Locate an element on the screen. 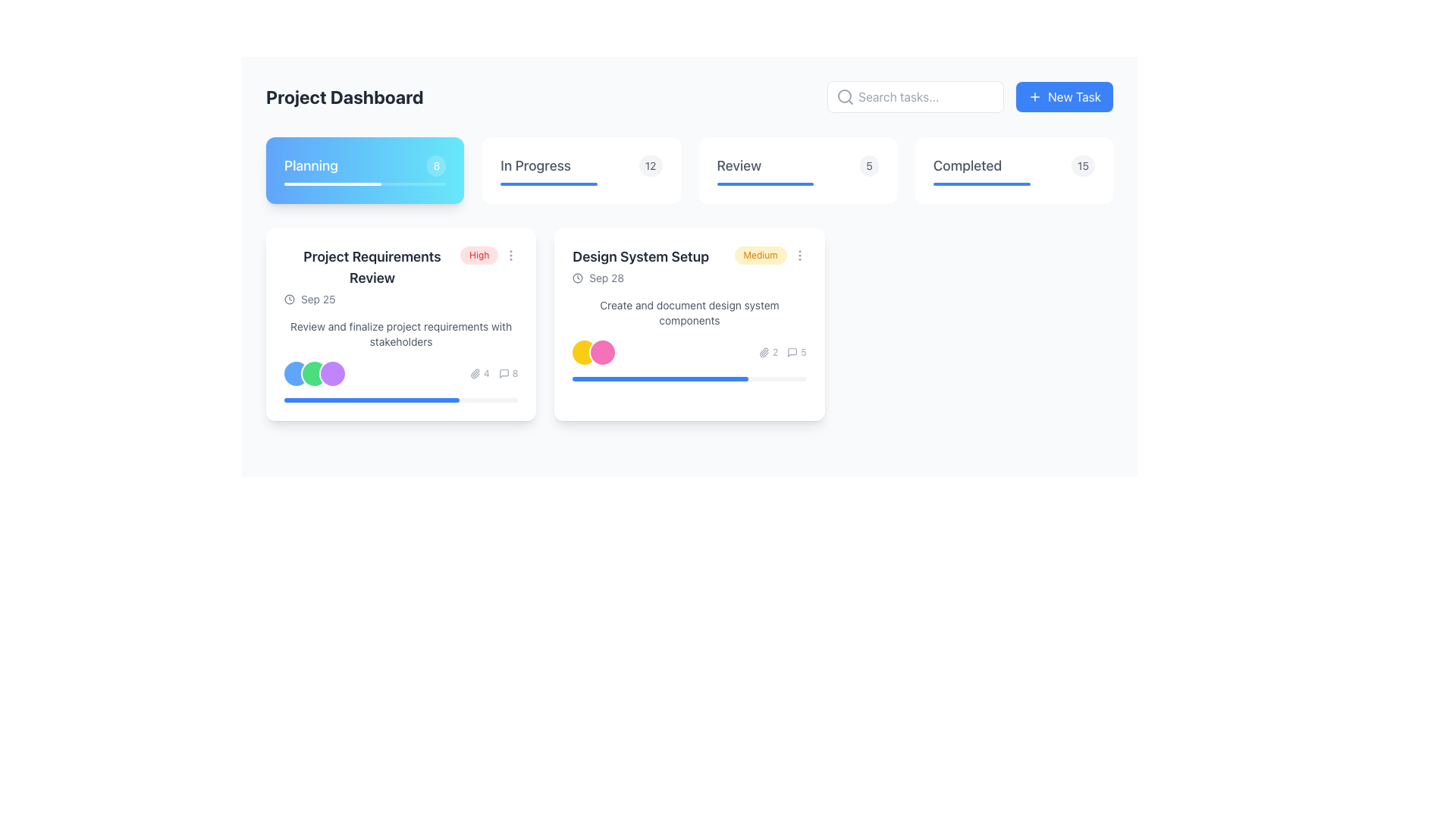  Progress Bar Indicator located in the 'Planning' section of the dashboard, which is a thin horizontal bar with a white background and rounded edges, representing a partially filled state is located at coordinates (331, 184).